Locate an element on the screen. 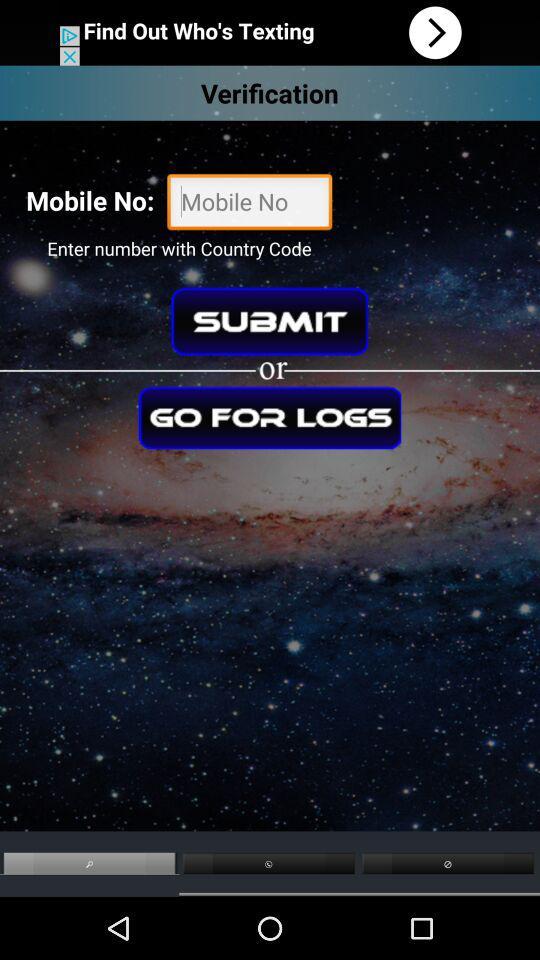  submit button is located at coordinates (269, 321).